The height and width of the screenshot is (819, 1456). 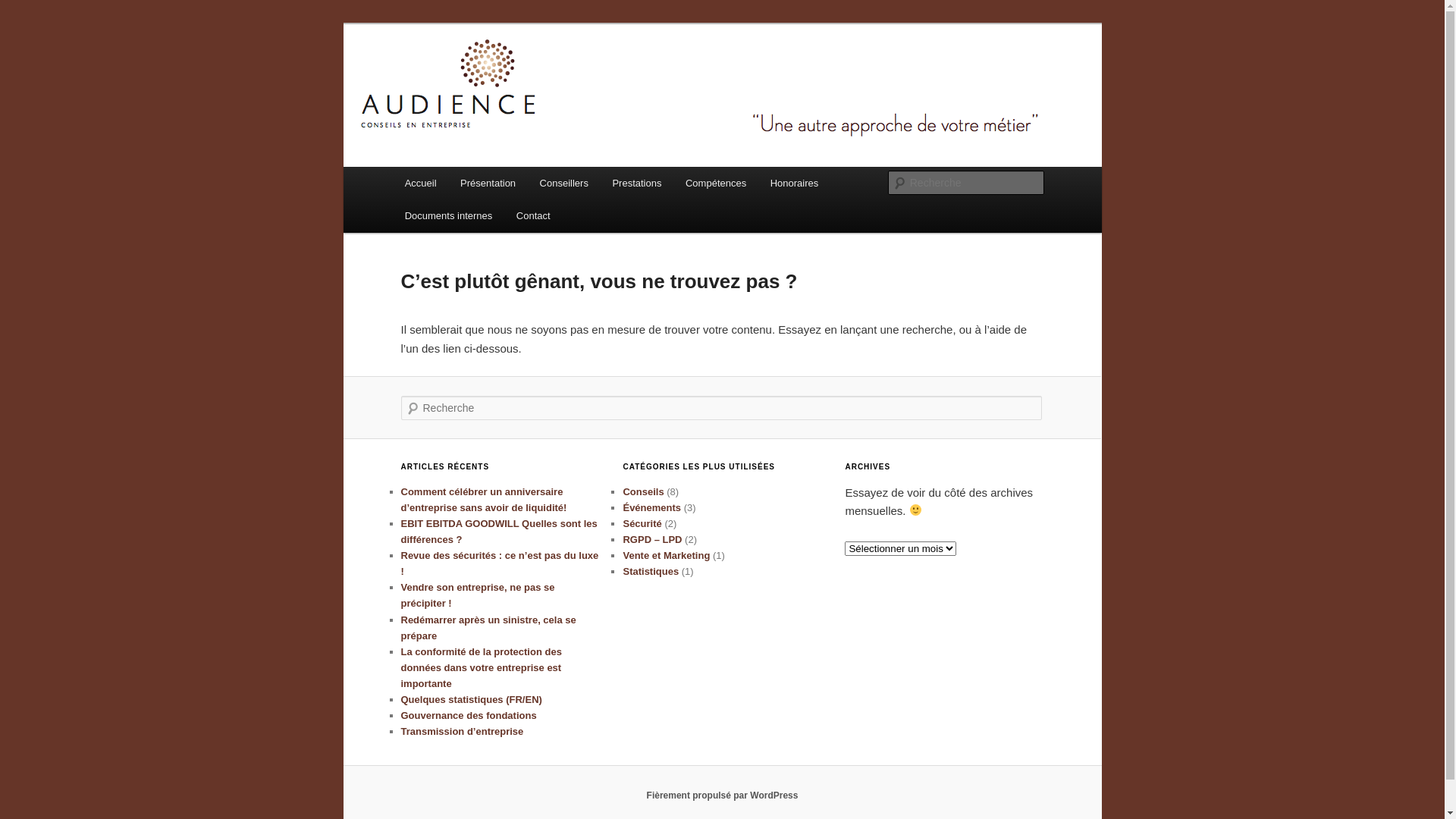 What do you see at coordinates (793, 182) in the screenshot?
I see `'Honoraires'` at bounding box center [793, 182].